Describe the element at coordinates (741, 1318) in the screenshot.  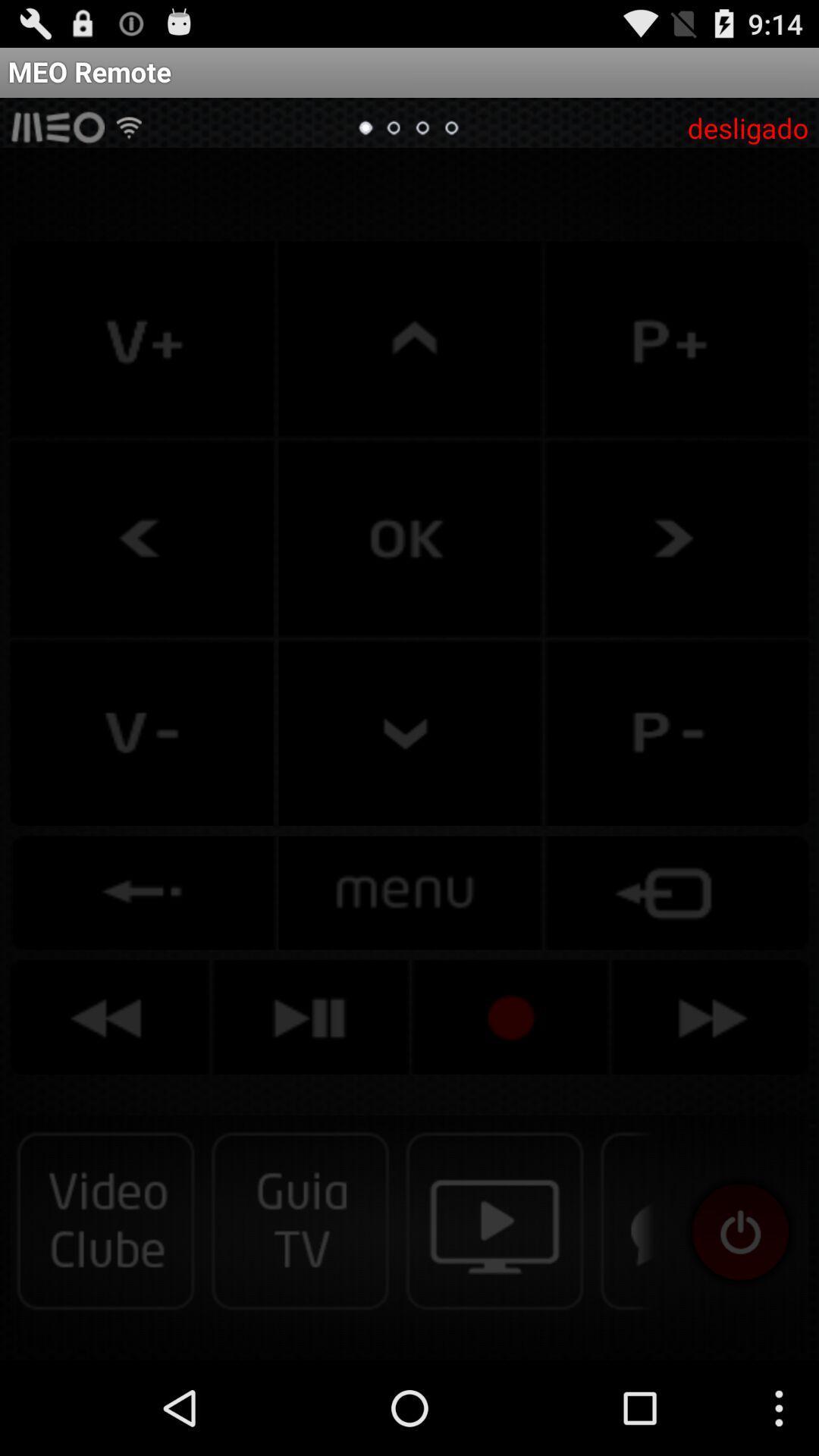
I see `the visibility icon` at that location.